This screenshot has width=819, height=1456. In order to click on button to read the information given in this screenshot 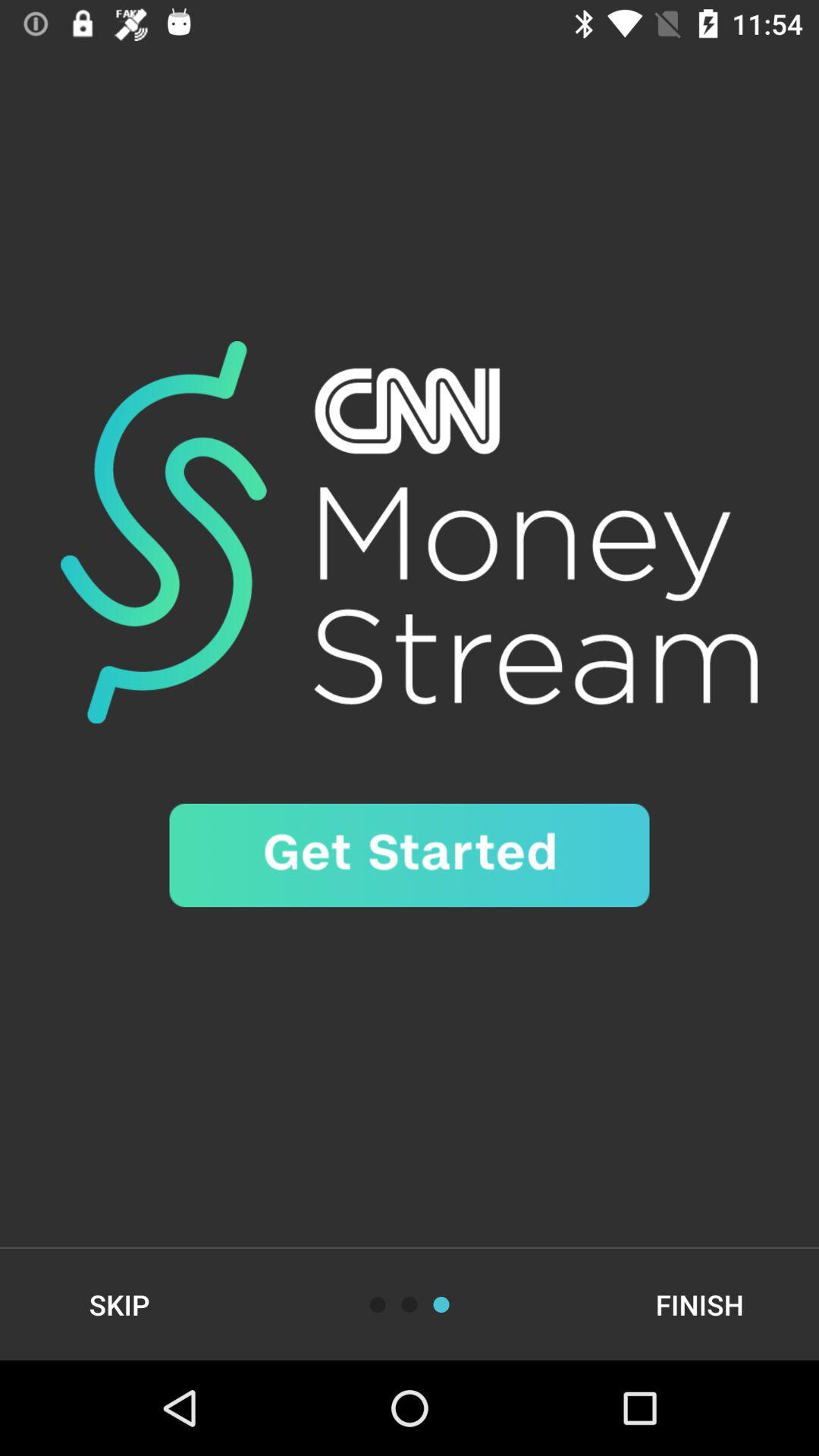, I will do `click(441, 1304)`.